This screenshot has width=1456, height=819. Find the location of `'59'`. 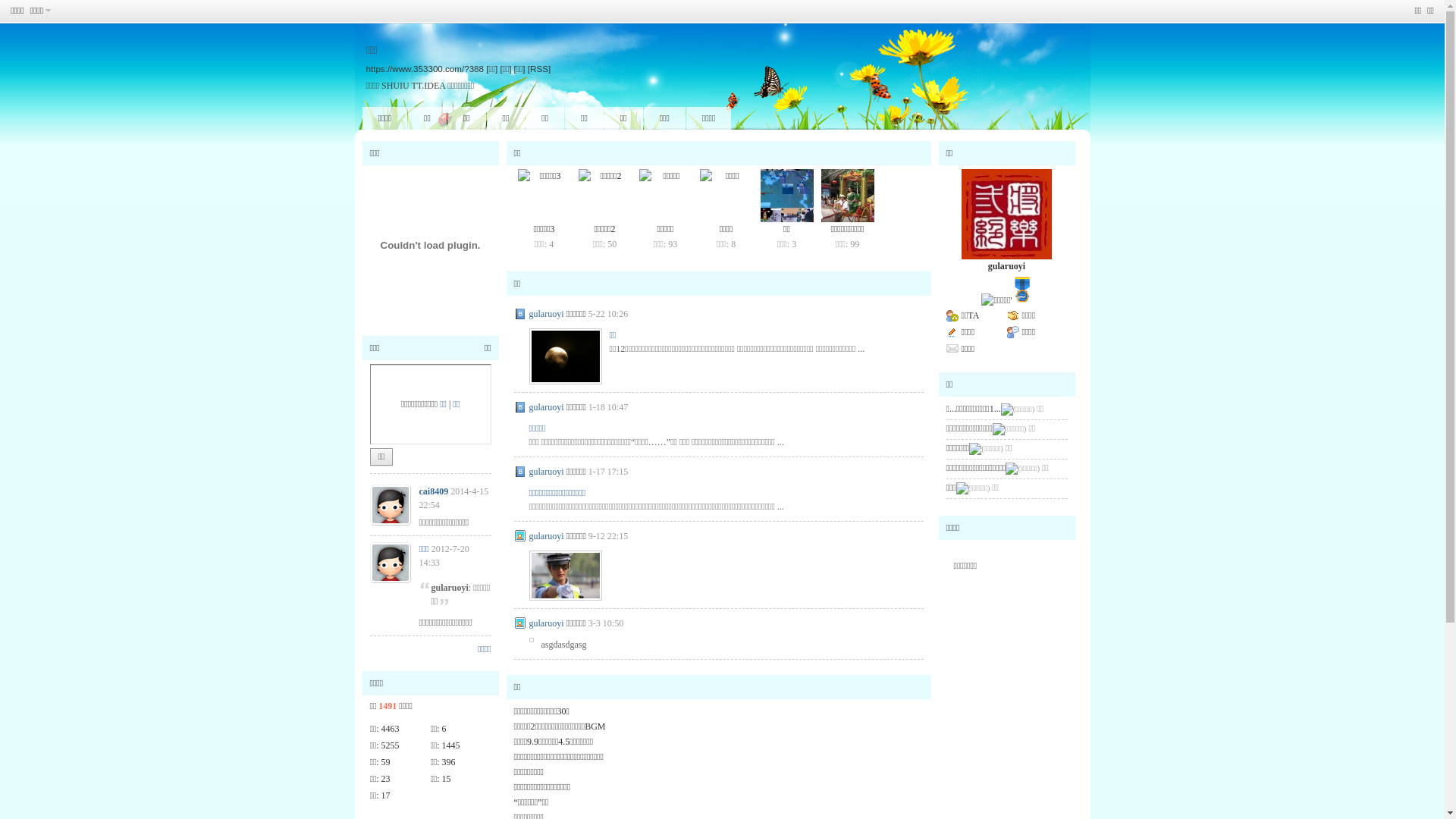

'59' is located at coordinates (385, 762).